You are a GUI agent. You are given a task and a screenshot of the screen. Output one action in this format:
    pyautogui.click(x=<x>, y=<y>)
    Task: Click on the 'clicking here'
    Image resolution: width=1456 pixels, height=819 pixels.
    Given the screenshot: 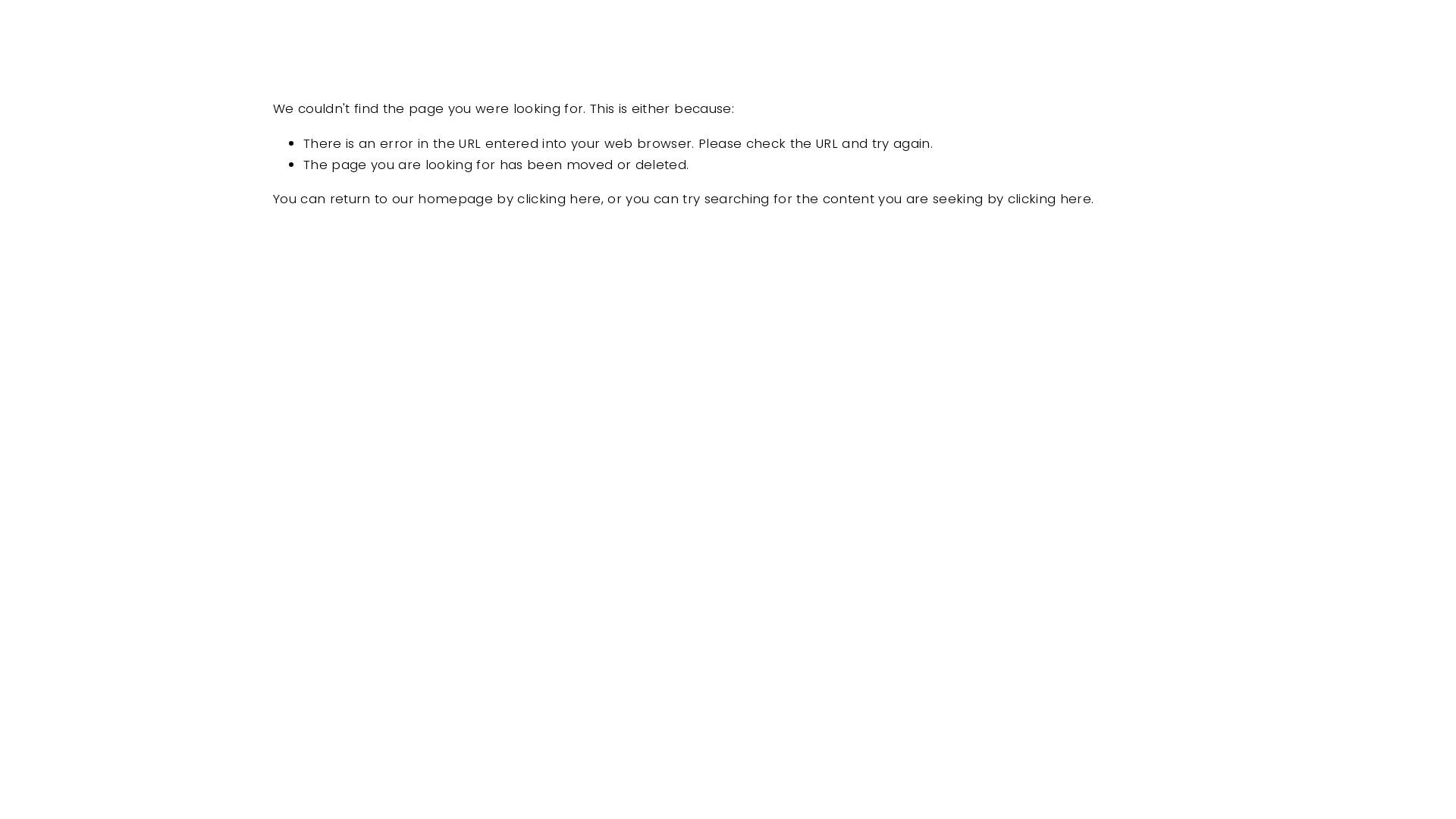 What is the action you would take?
    pyautogui.click(x=516, y=198)
    